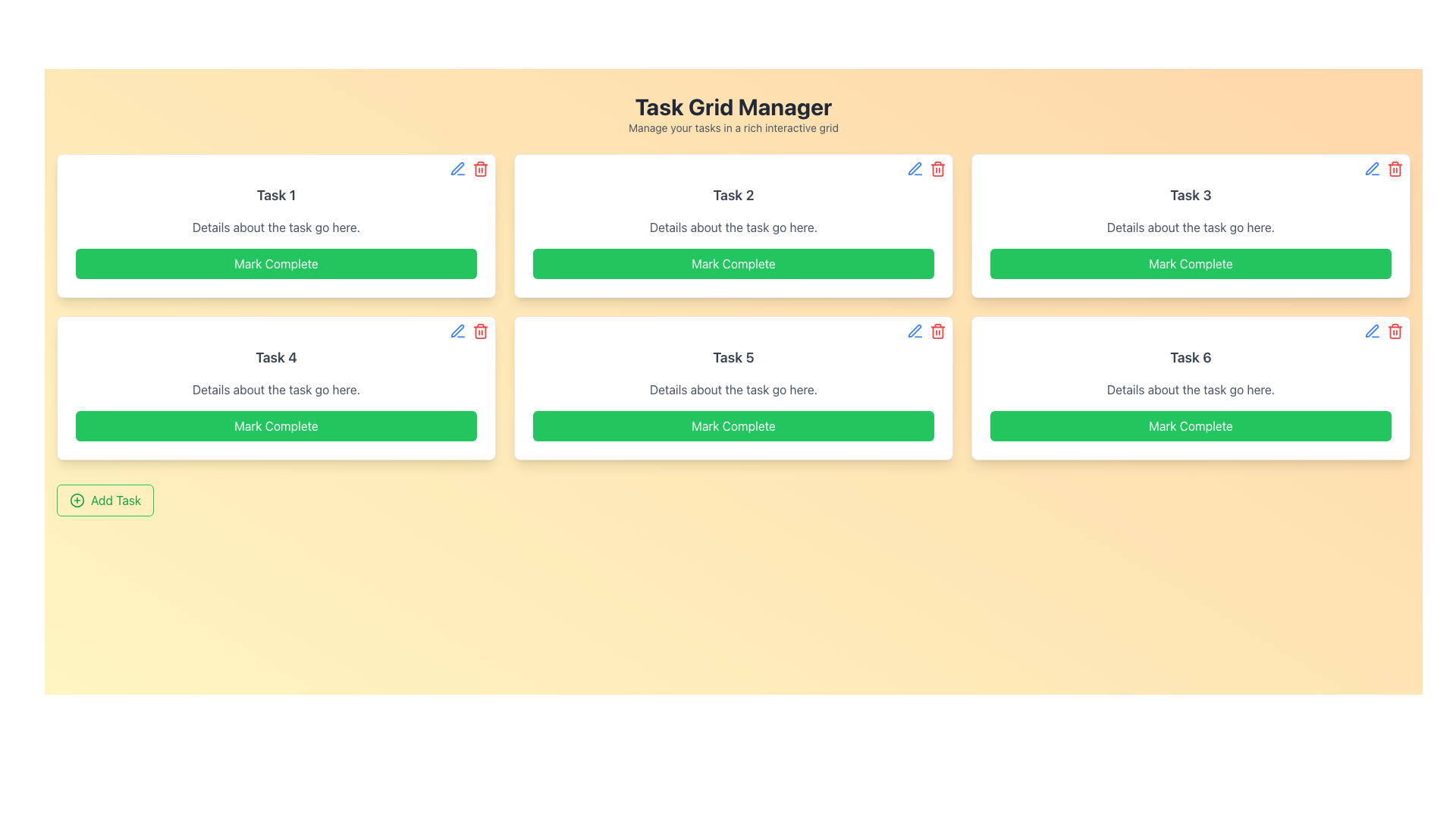 This screenshot has width=1456, height=819. What do you see at coordinates (1190, 195) in the screenshot?
I see `the 'Task 3' text element, which is prominently displayed in a gray color and bold typeface, located in the upper part of the third task card in the grid` at bounding box center [1190, 195].